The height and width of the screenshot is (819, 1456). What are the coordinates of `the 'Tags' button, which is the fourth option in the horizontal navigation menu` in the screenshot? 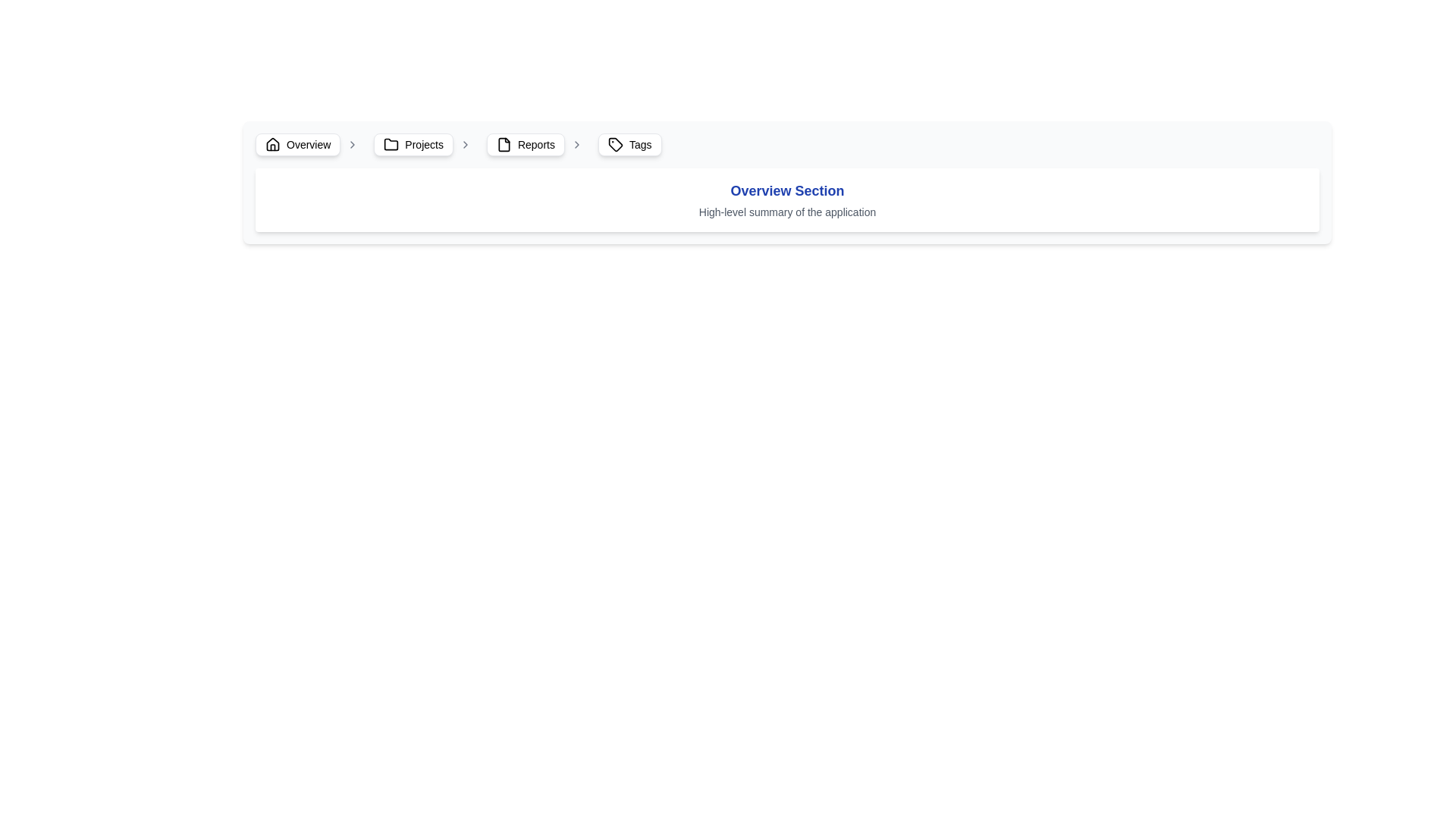 It's located at (629, 145).